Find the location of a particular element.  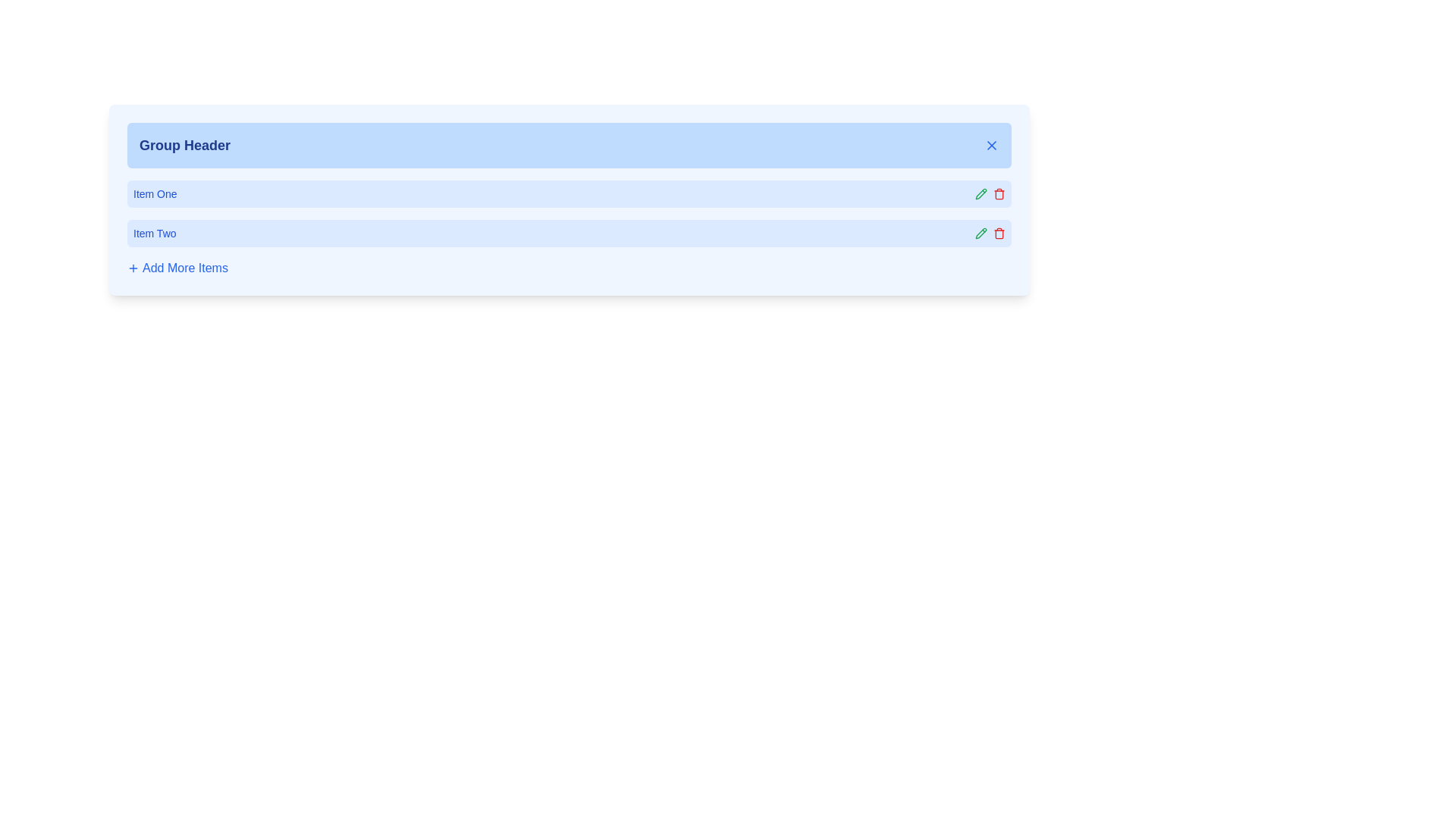

the delete button located to the right of the second list item ('Item Two') is located at coordinates (999, 234).